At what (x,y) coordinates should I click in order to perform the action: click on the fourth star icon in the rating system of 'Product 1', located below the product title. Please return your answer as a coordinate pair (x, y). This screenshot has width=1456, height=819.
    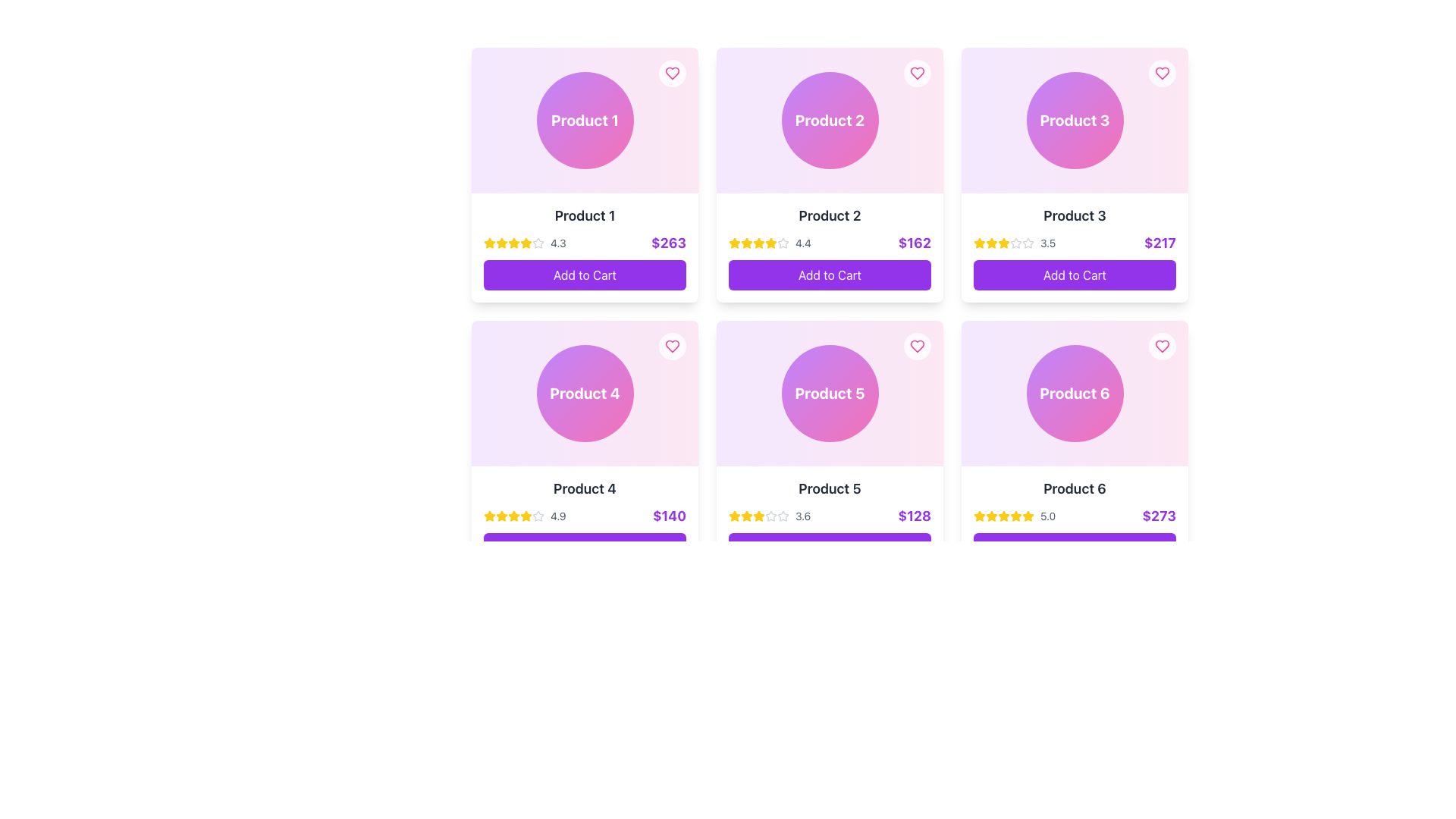
    Looking at the image, I should click on (538, 242).